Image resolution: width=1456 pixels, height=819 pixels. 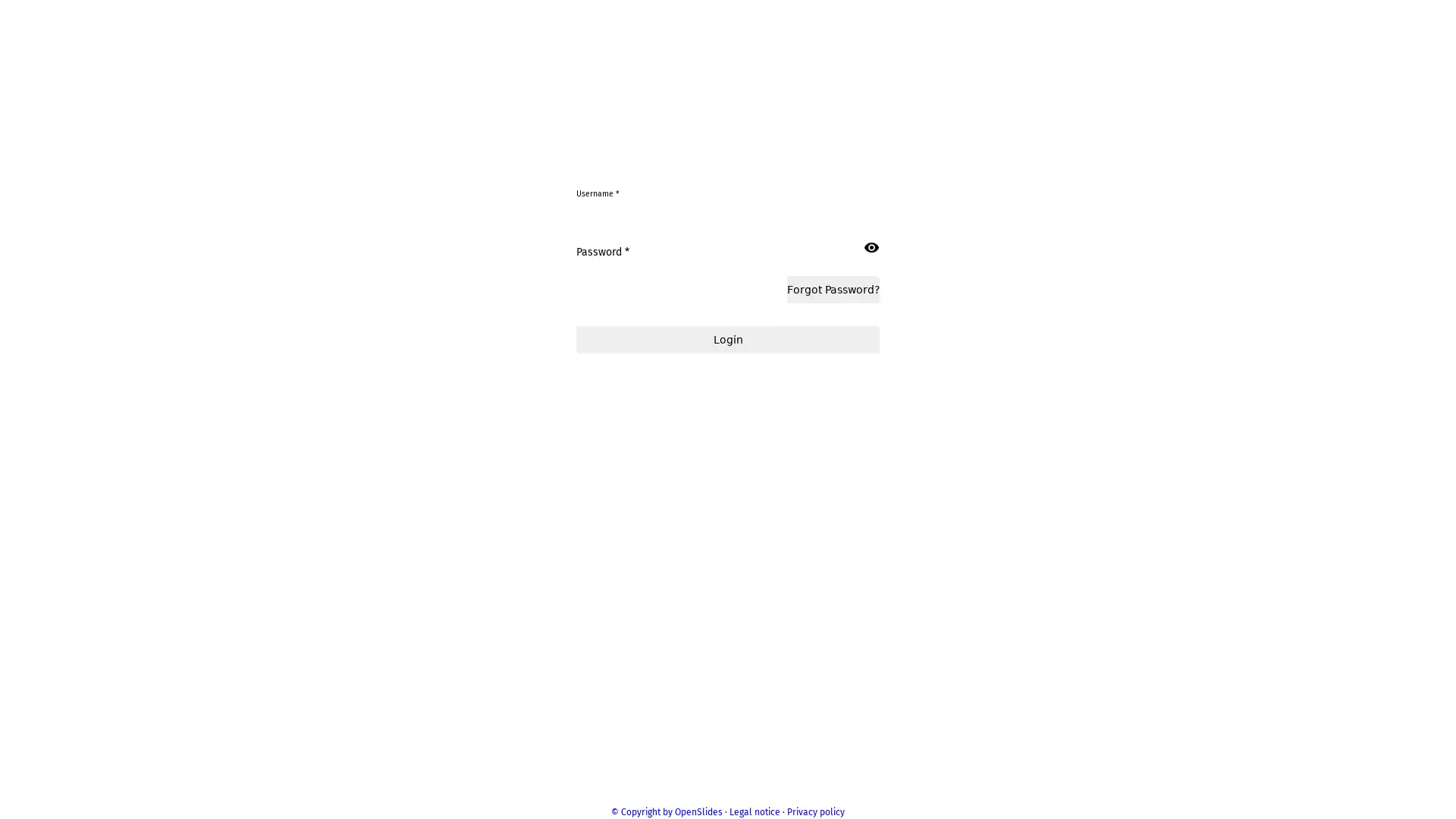 What do you see at coordinates (836, 426) in the screenshot?
I see `Forgot Password?` at bounding box center [836, 426].